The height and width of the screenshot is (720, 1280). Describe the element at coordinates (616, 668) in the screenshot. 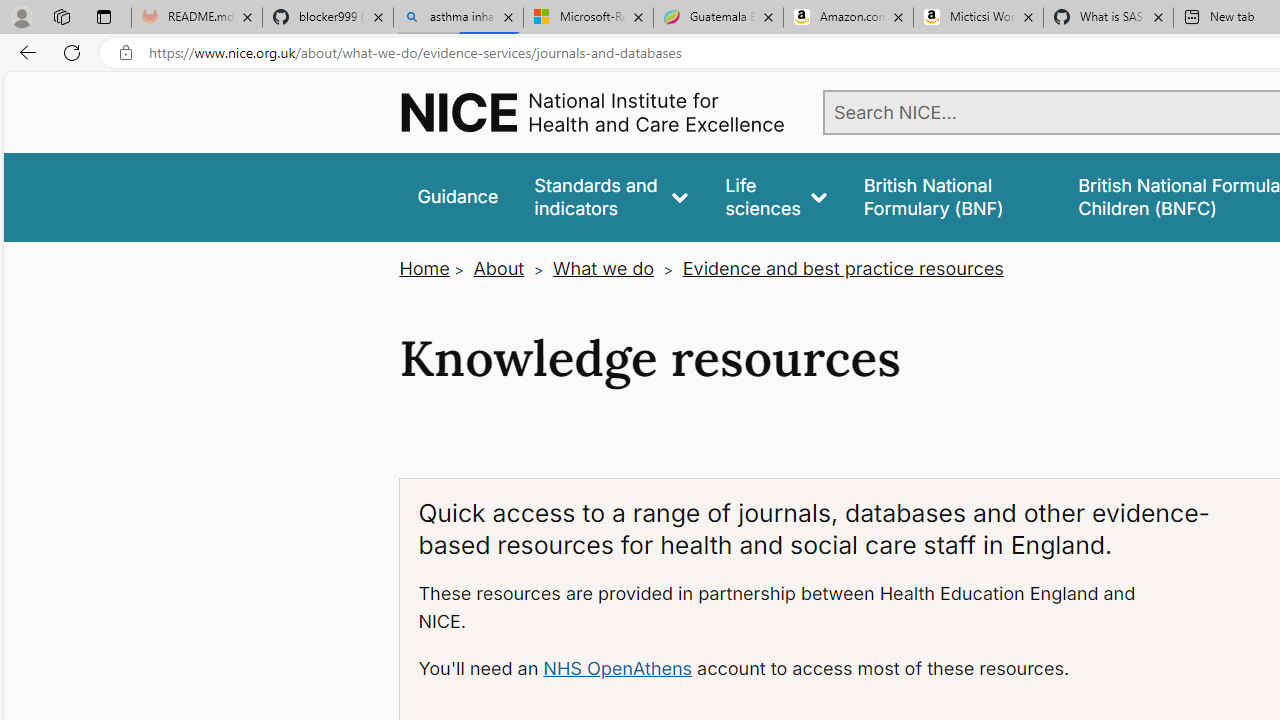

I see `'NHS OpenAthens'` at that location.